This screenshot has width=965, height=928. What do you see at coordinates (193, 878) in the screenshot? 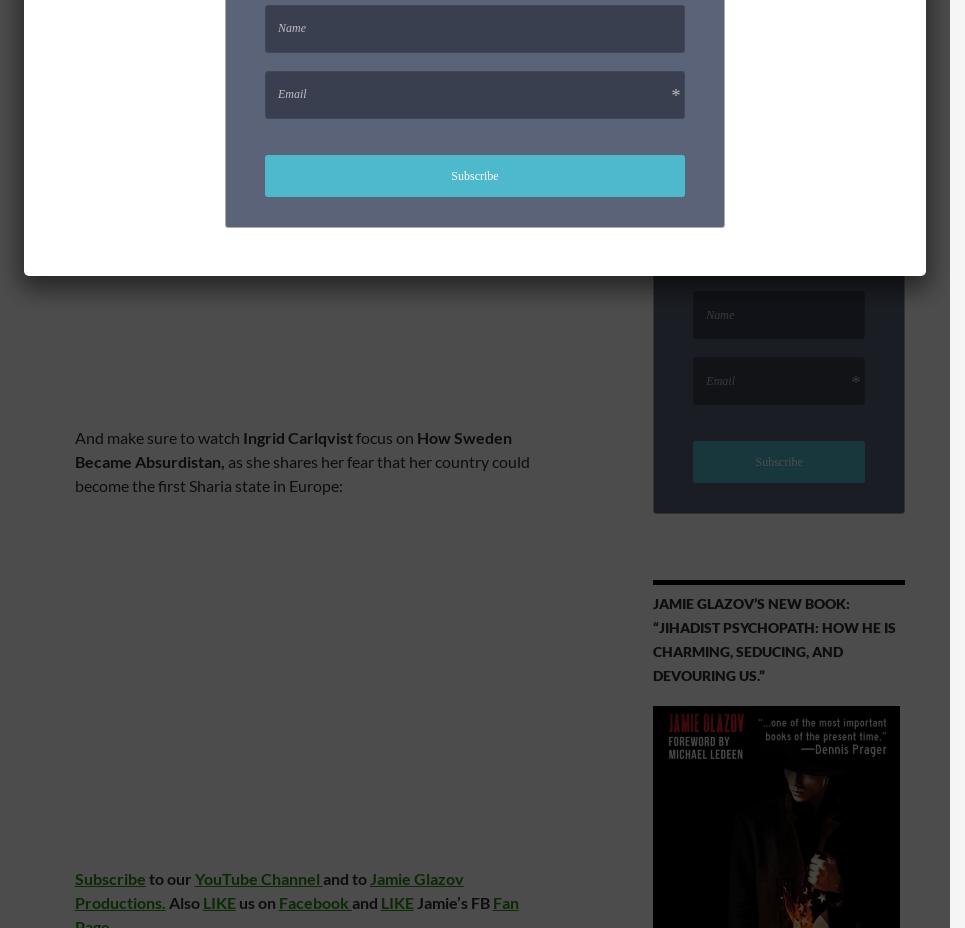
I see `'YouTube Channel'` at bounding box center [193, 878].